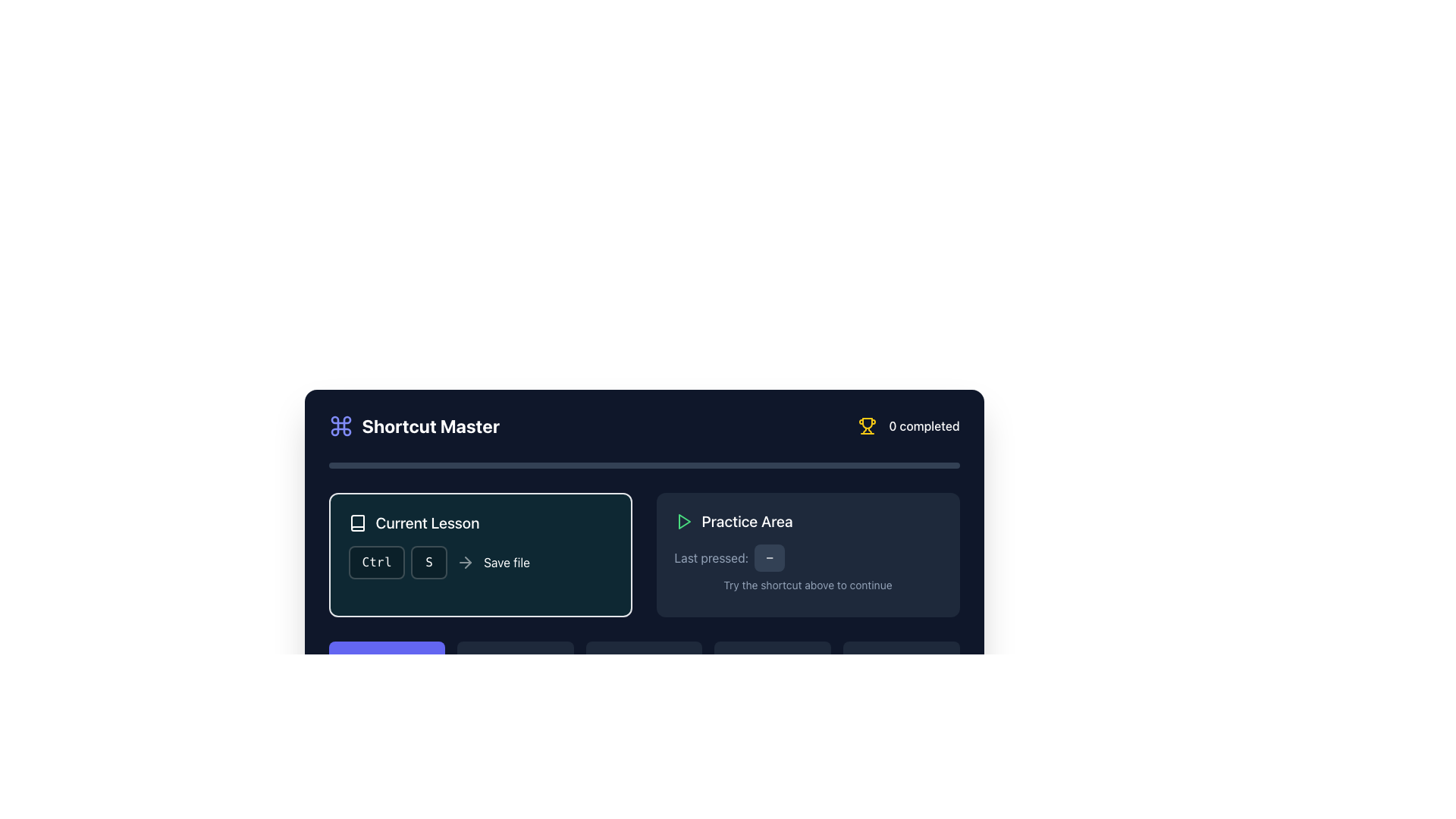 This screenshot has height=819, width=1456. Describe the element at coordinates (868, 423) in the screenshot. I see `the trophy icon element in the top-right corner of the interface, which symbolizes achievement and is colored yellow` at that location.